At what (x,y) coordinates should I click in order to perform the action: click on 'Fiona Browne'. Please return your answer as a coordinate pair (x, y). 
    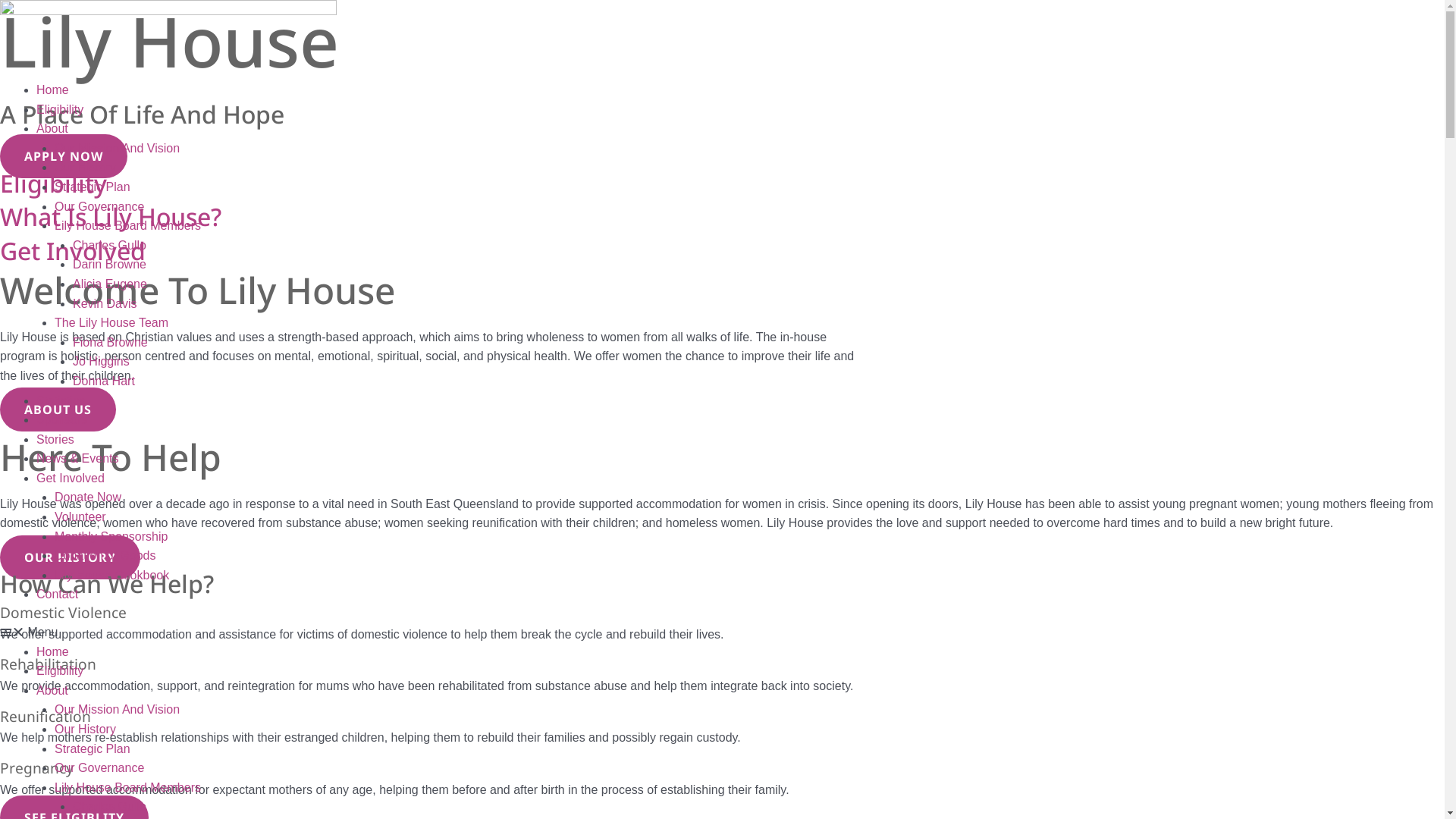
    Looking at the image, I should click on (72, 342).